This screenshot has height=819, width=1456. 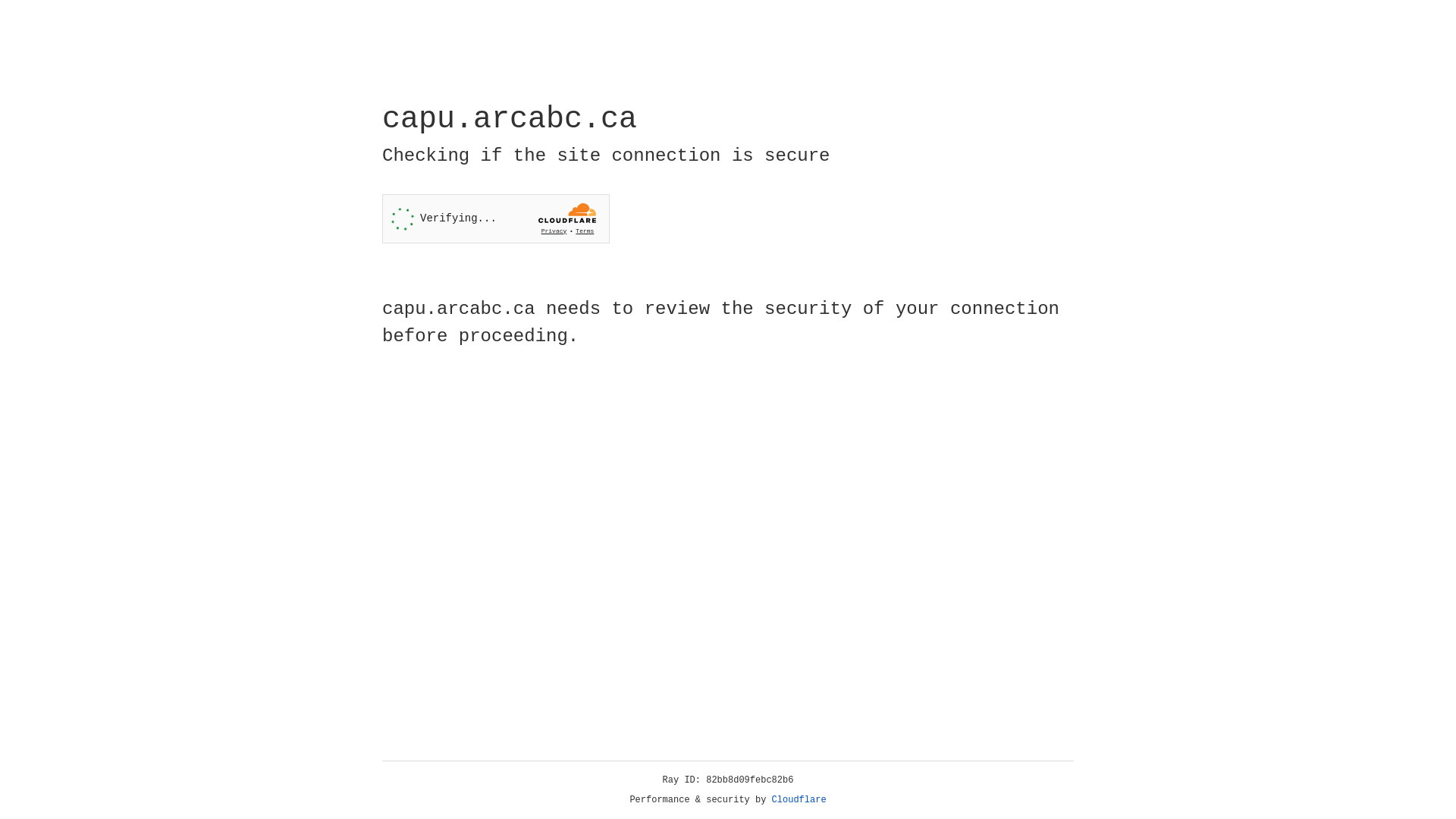 What do you see at coordinates (771, 799) in the screenshot?
I see `'Cloudflare'` at bounding box center [771, 799].